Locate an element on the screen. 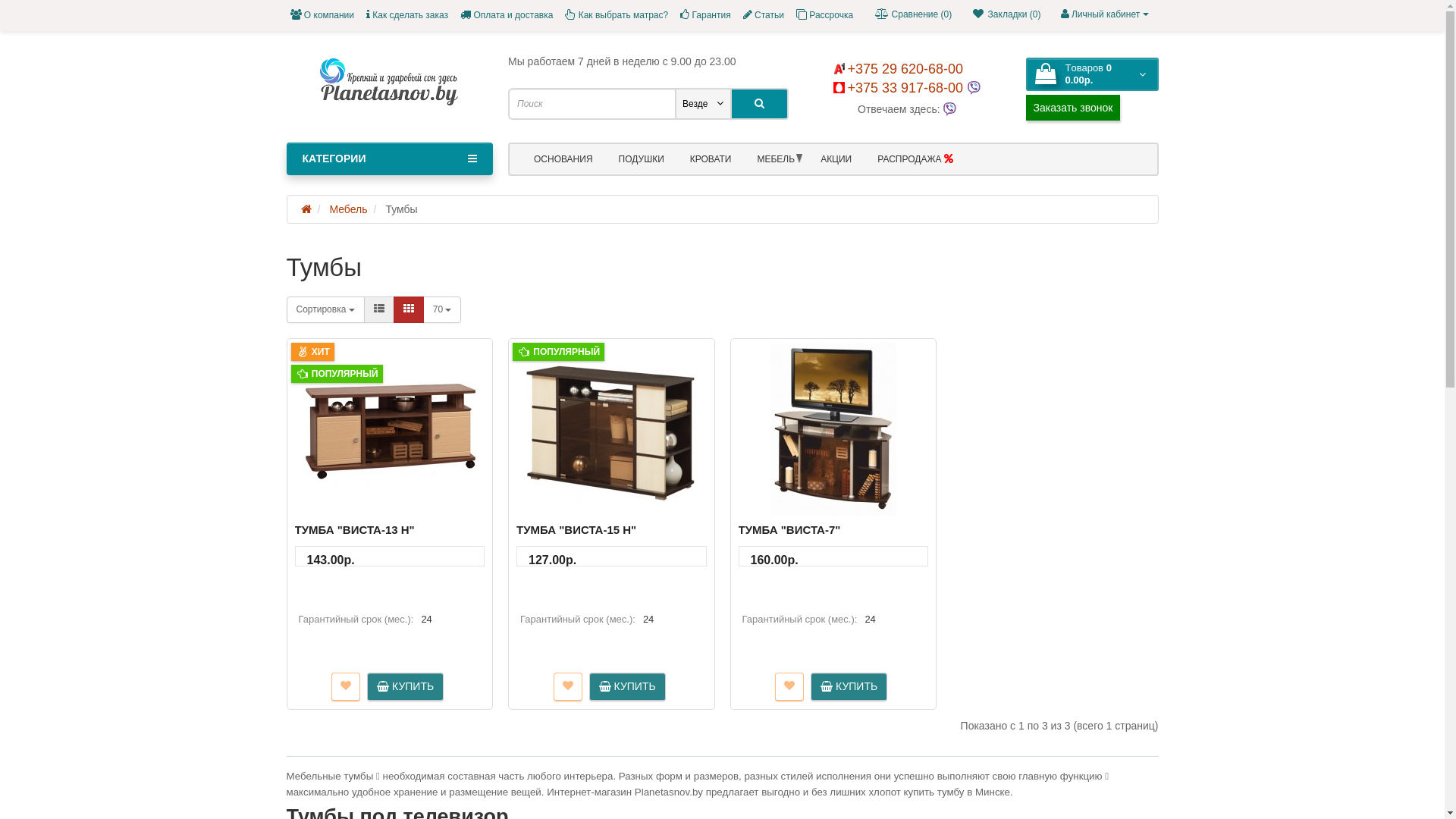 The image size is (1456, 819). '+375 29 620-68-00' is located at coordinates (898, 69).